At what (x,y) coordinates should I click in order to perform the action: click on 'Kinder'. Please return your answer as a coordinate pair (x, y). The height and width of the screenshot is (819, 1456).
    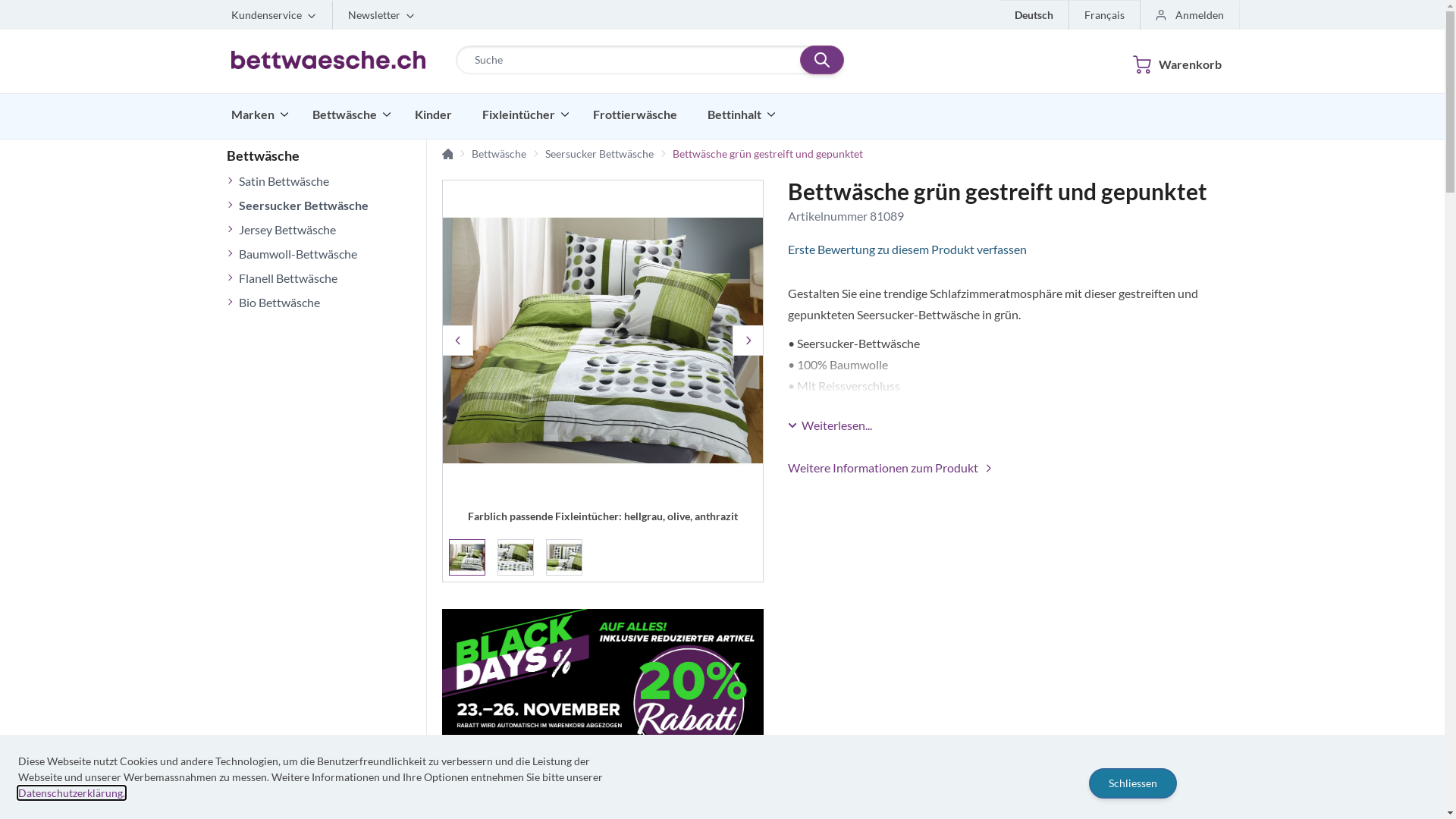
    Looking at the image, I should click on (435, 113).